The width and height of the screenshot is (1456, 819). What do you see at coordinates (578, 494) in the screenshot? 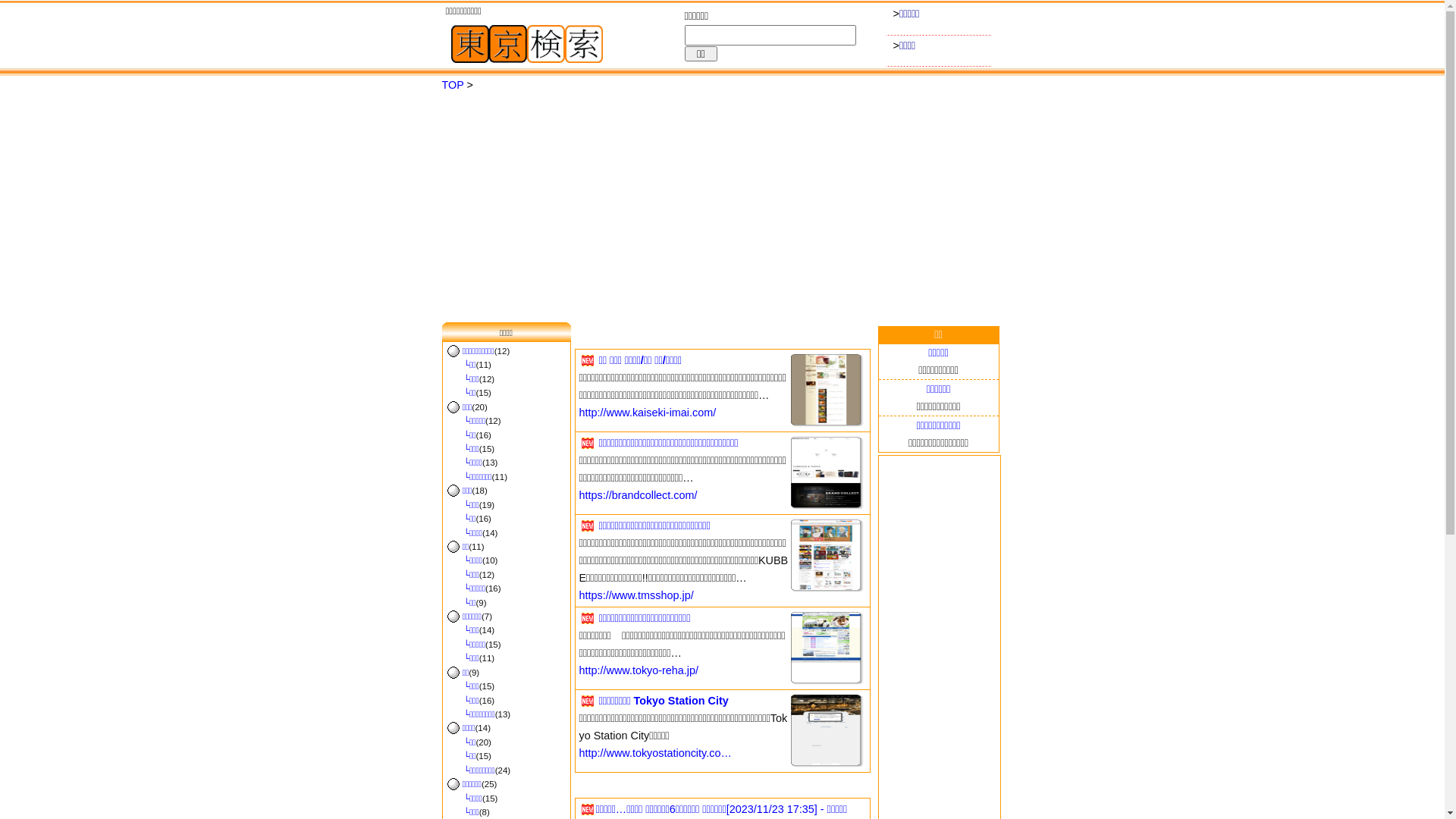
I see `'https://brandcollect.com/'` at bounding box center [578, 494].